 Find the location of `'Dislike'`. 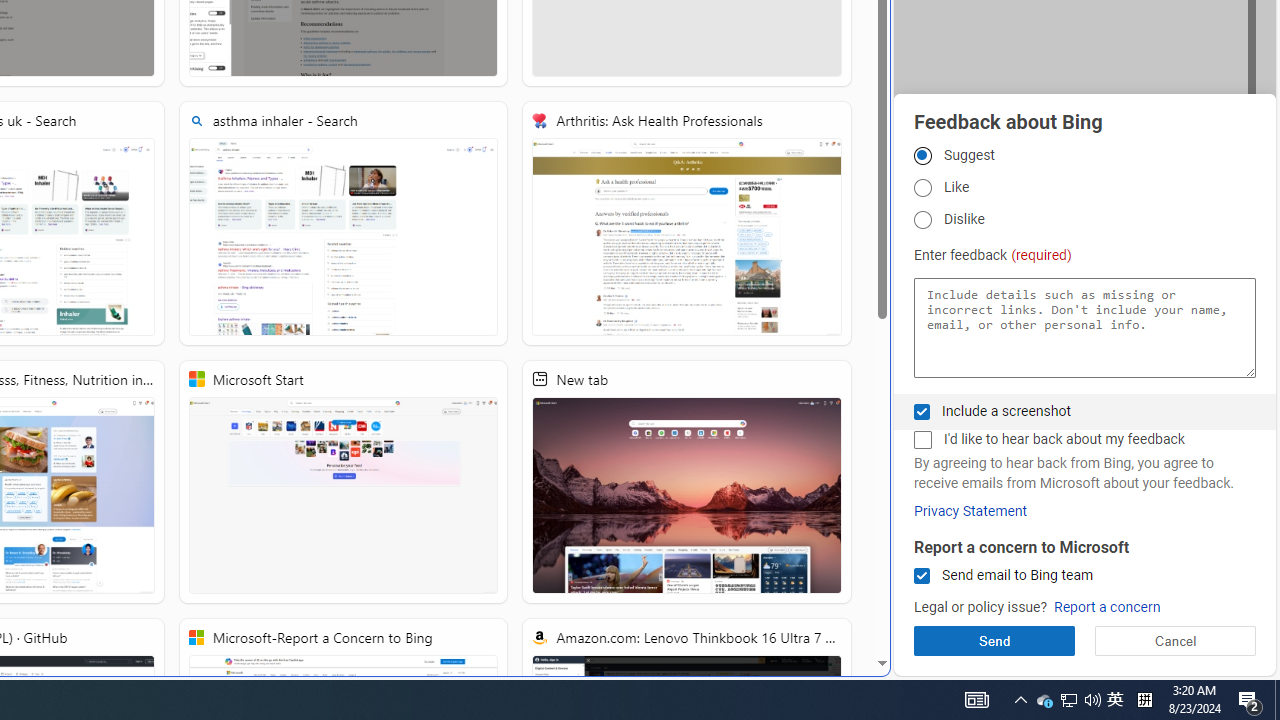

'Dislike' is located at coordinates (921, 219).